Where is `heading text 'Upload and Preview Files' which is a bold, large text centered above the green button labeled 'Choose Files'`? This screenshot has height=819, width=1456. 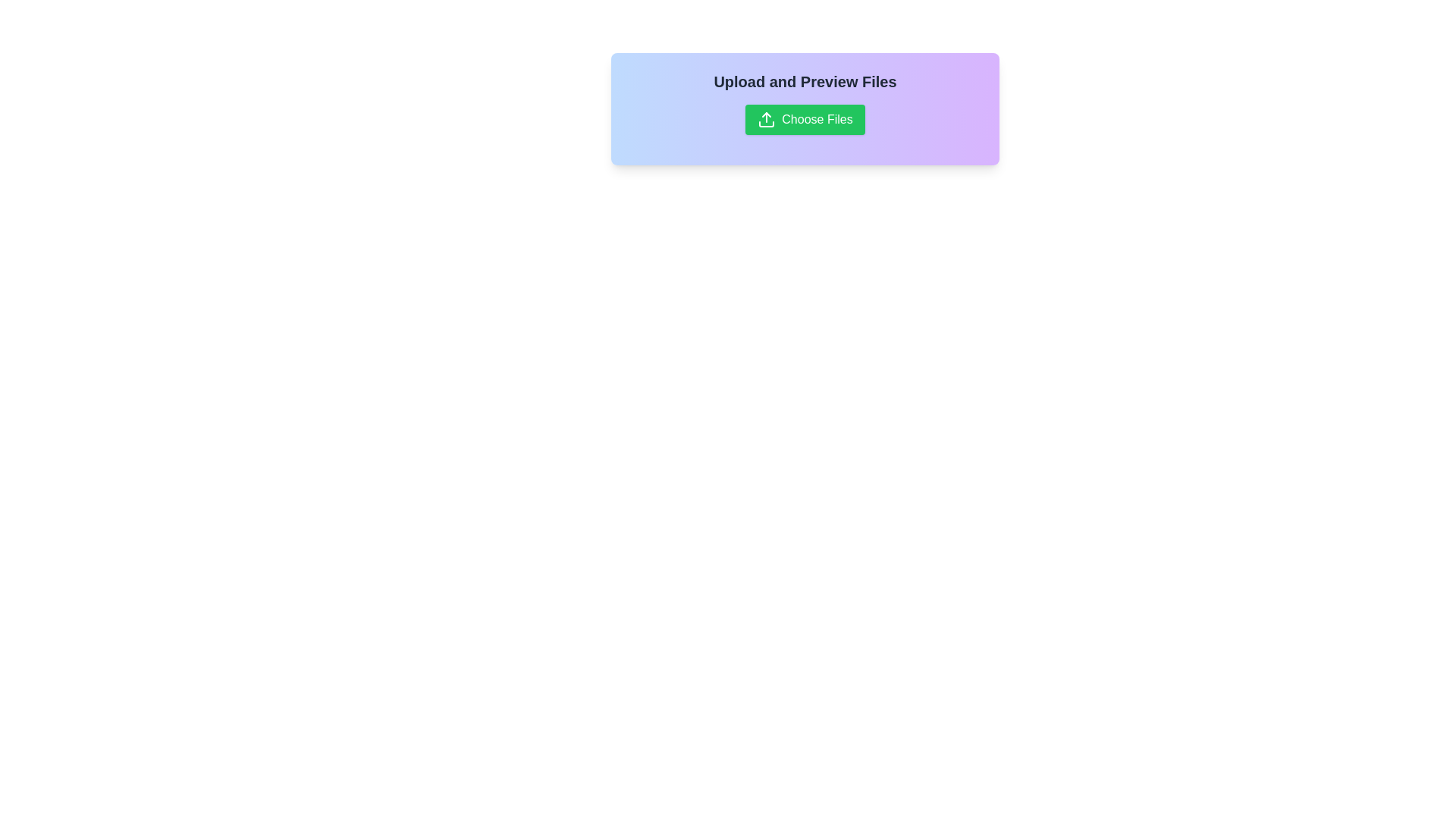 heading text 'Upload and Preview Files' which is a bold, large text centered above the green button labeled 'Choose Files' is located at coordinates (804, 82).